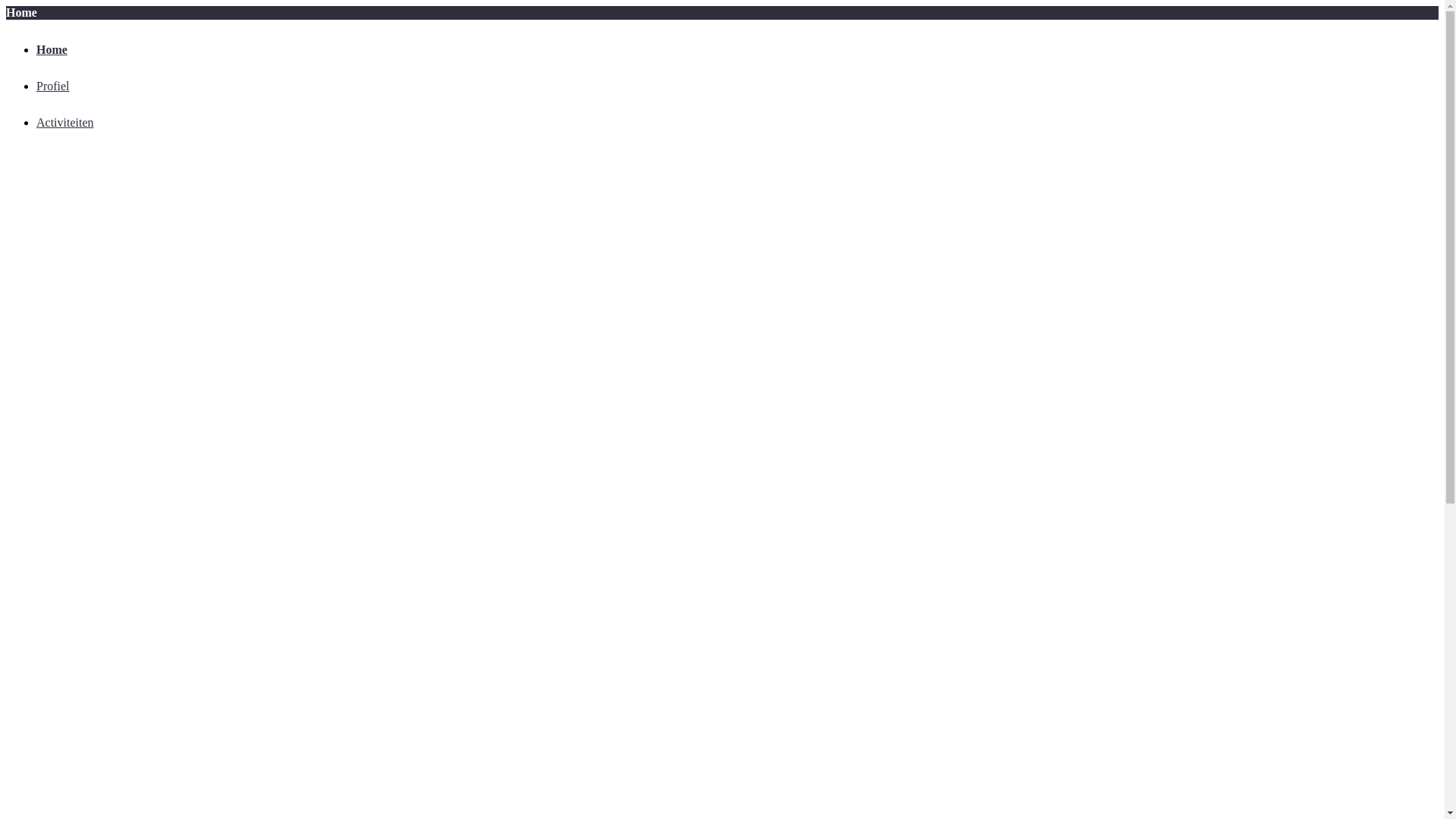 This screenshot has height=819, width=1456. I want to click on 'Profiel', so click(53, 86).